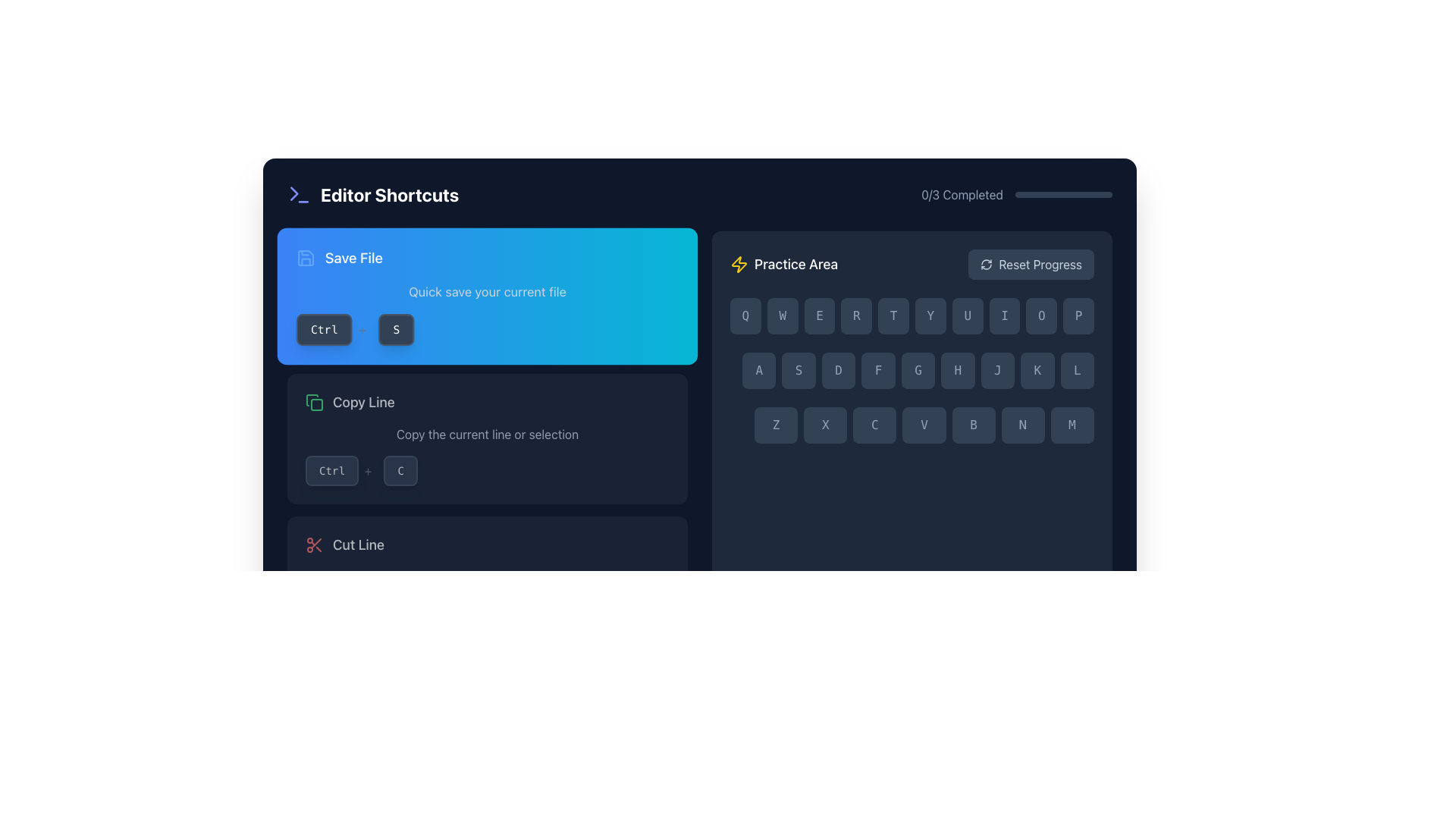  What do you see at coordinates (305, 257) in the screenshot?
I see `the 'Save File' button which contains the SVG icon representing the save action, located at the center of the button's icon` at bounding box center [305, 257].